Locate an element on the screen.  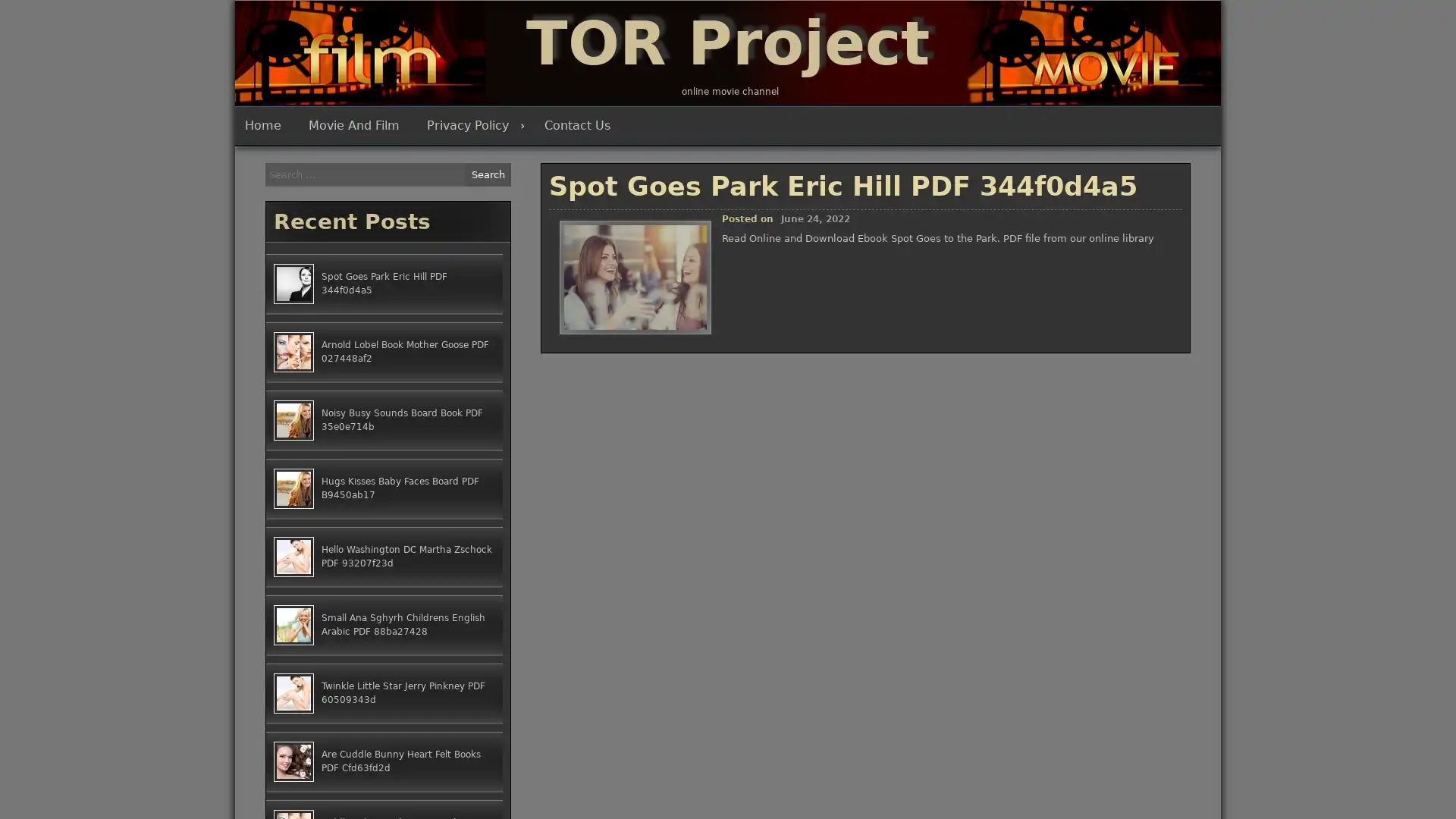
Search is located at coordinates (488, 174).